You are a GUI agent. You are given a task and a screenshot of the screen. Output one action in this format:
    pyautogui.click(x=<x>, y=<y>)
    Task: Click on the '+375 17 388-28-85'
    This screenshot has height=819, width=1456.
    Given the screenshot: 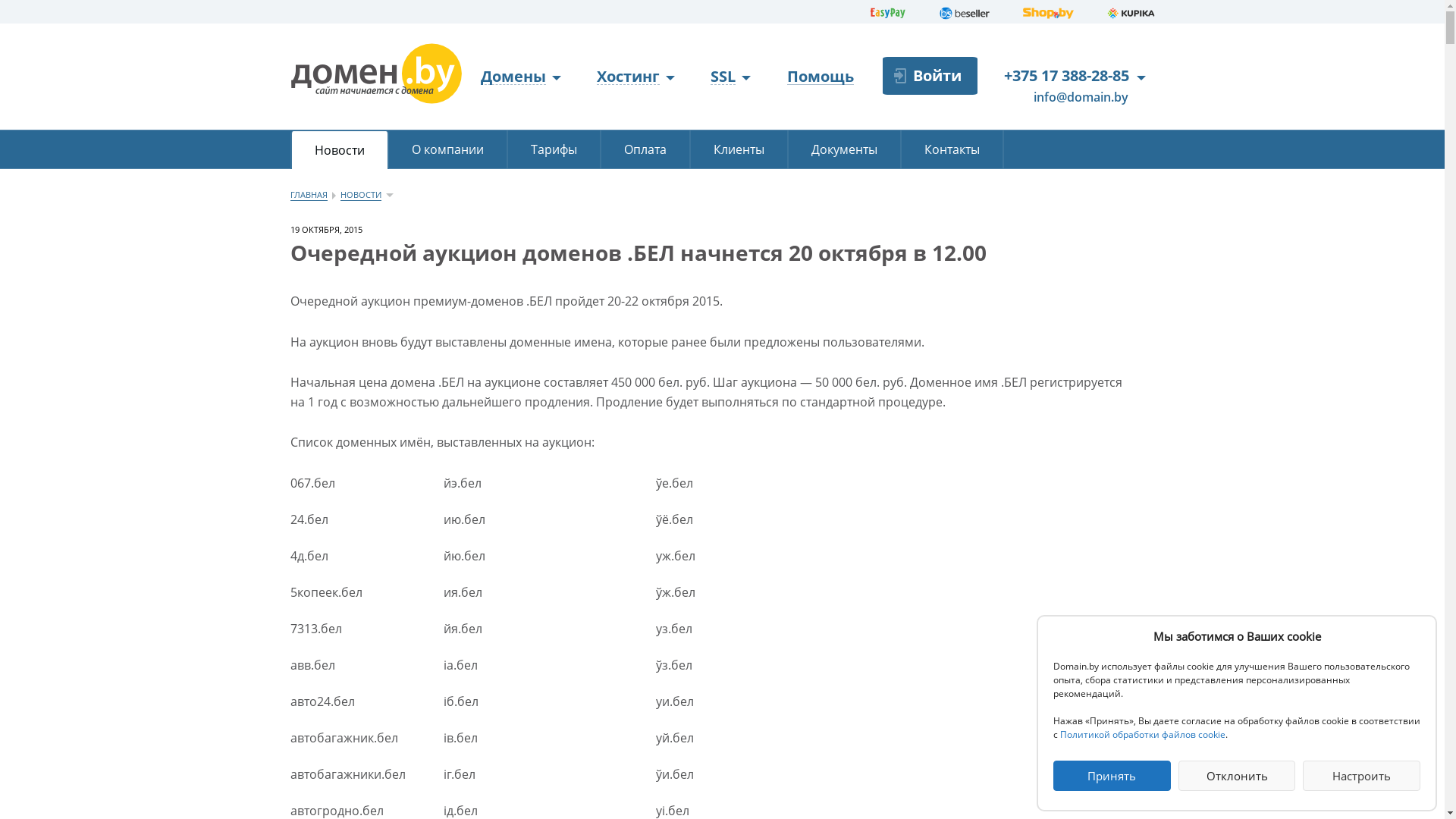 What is the action you would take?
    pyautogui.click(x=1065, y=75)
    